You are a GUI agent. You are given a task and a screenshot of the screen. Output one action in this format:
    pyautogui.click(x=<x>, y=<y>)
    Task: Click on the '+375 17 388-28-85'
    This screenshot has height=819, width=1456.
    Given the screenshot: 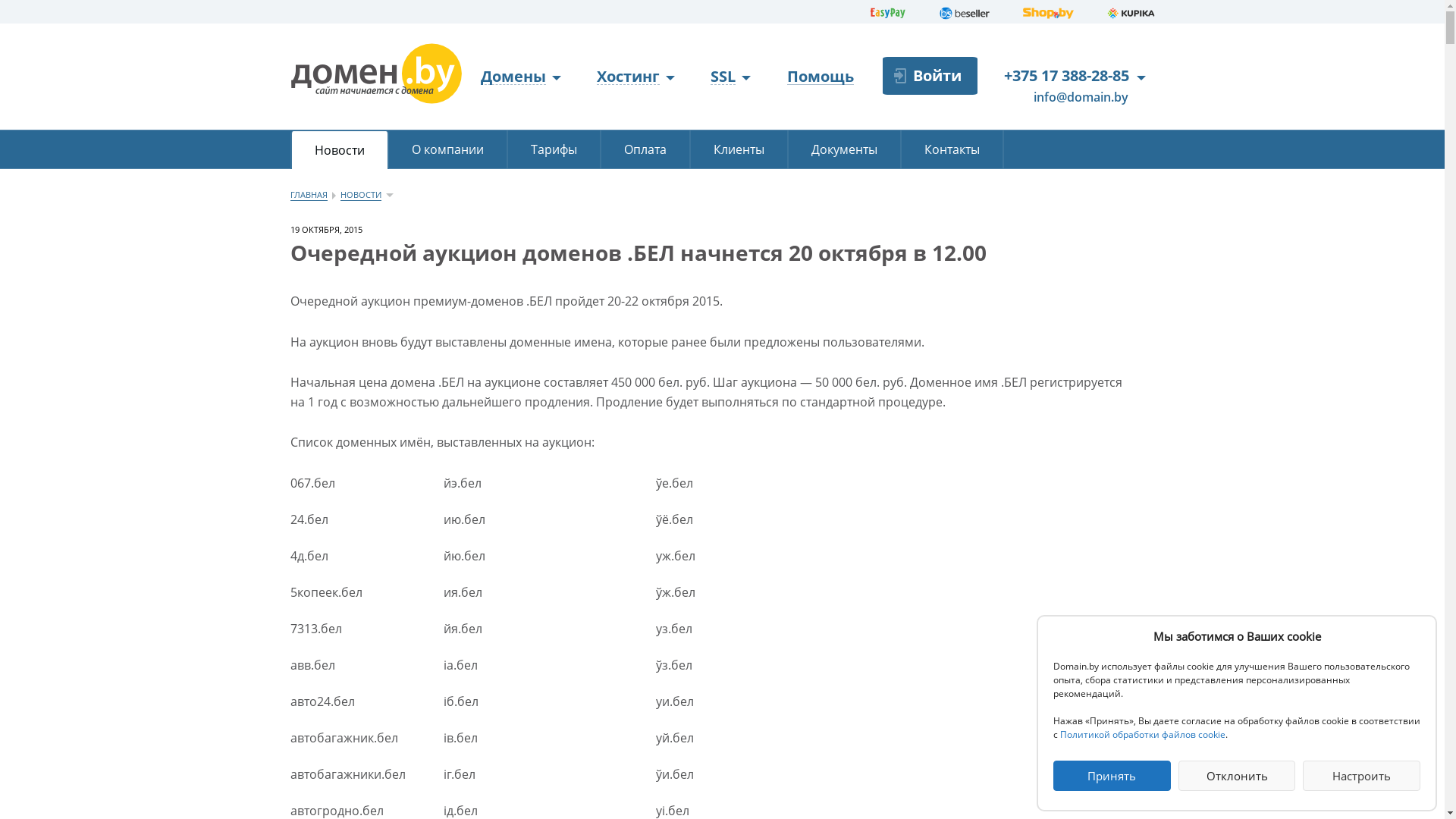 What is the action you would take?
    pyautogui.click(x=1065, y=75)
    